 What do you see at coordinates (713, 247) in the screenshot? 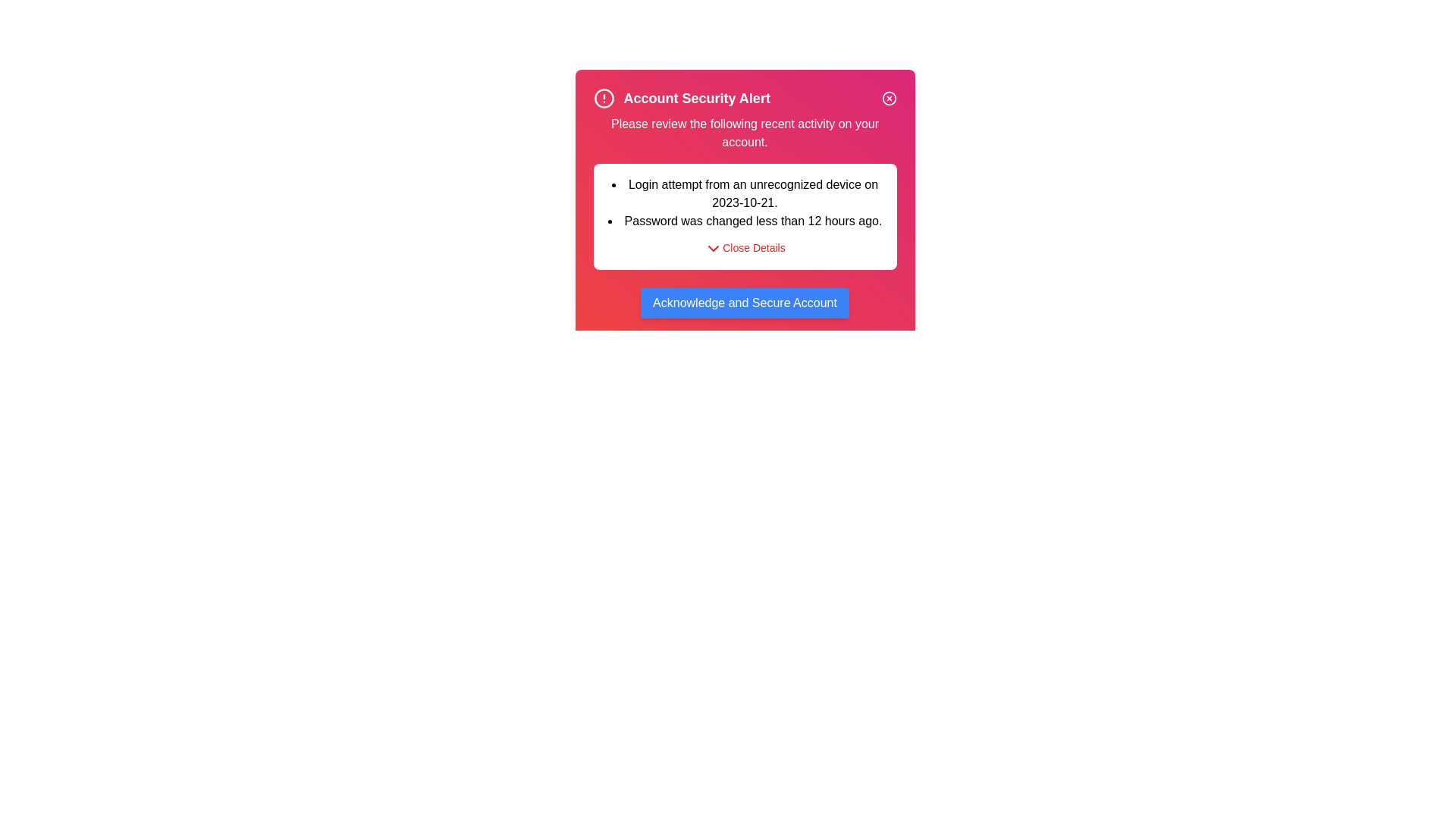
I see `the downward-pointing Chevron icon` at bounding box center [713, 247].